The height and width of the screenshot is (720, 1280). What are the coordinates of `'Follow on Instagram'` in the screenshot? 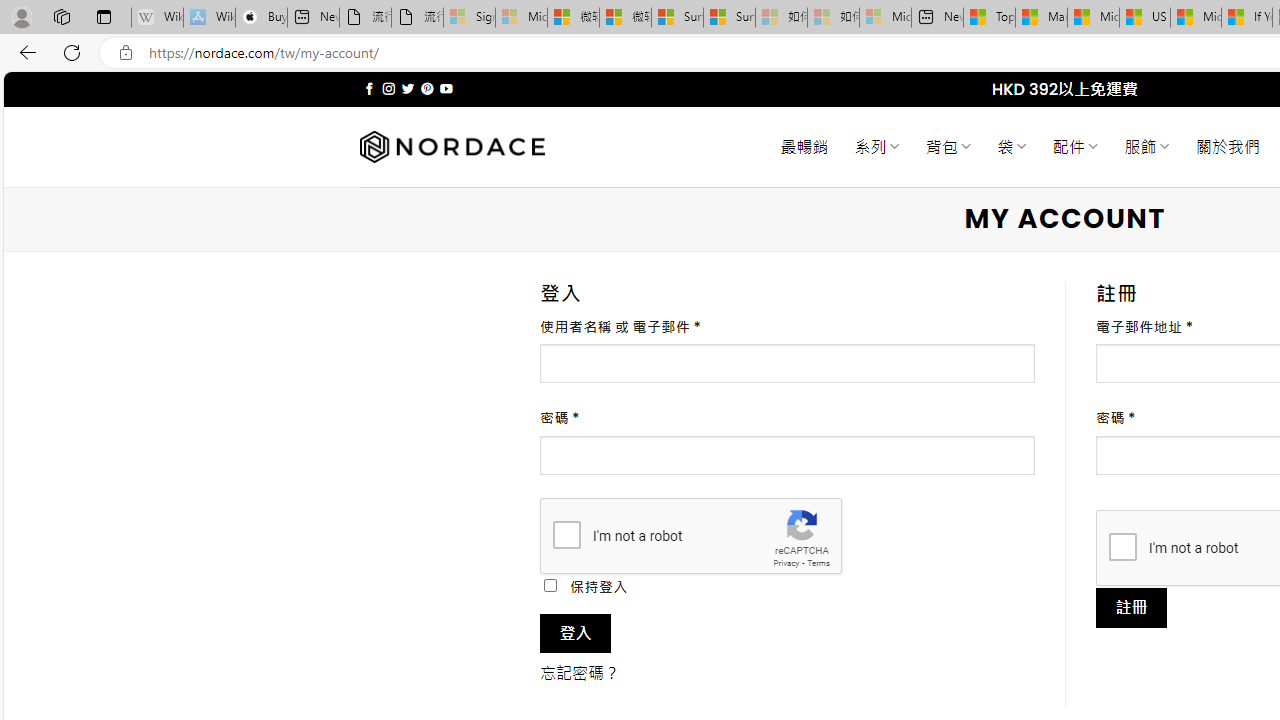 It's located at (388, 88).